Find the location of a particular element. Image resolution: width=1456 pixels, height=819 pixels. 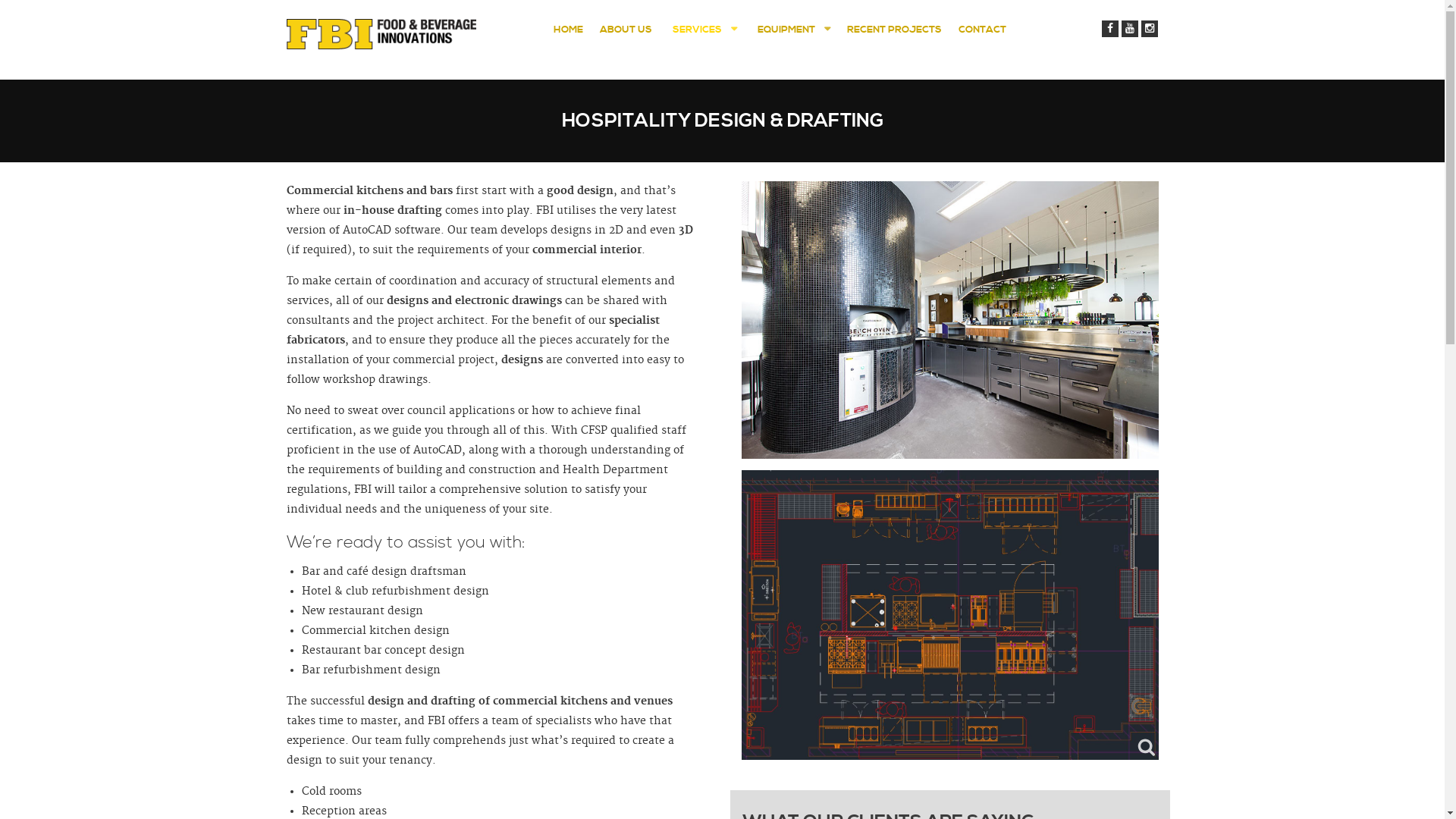

'HOME' is located at coordinates (567, 29).